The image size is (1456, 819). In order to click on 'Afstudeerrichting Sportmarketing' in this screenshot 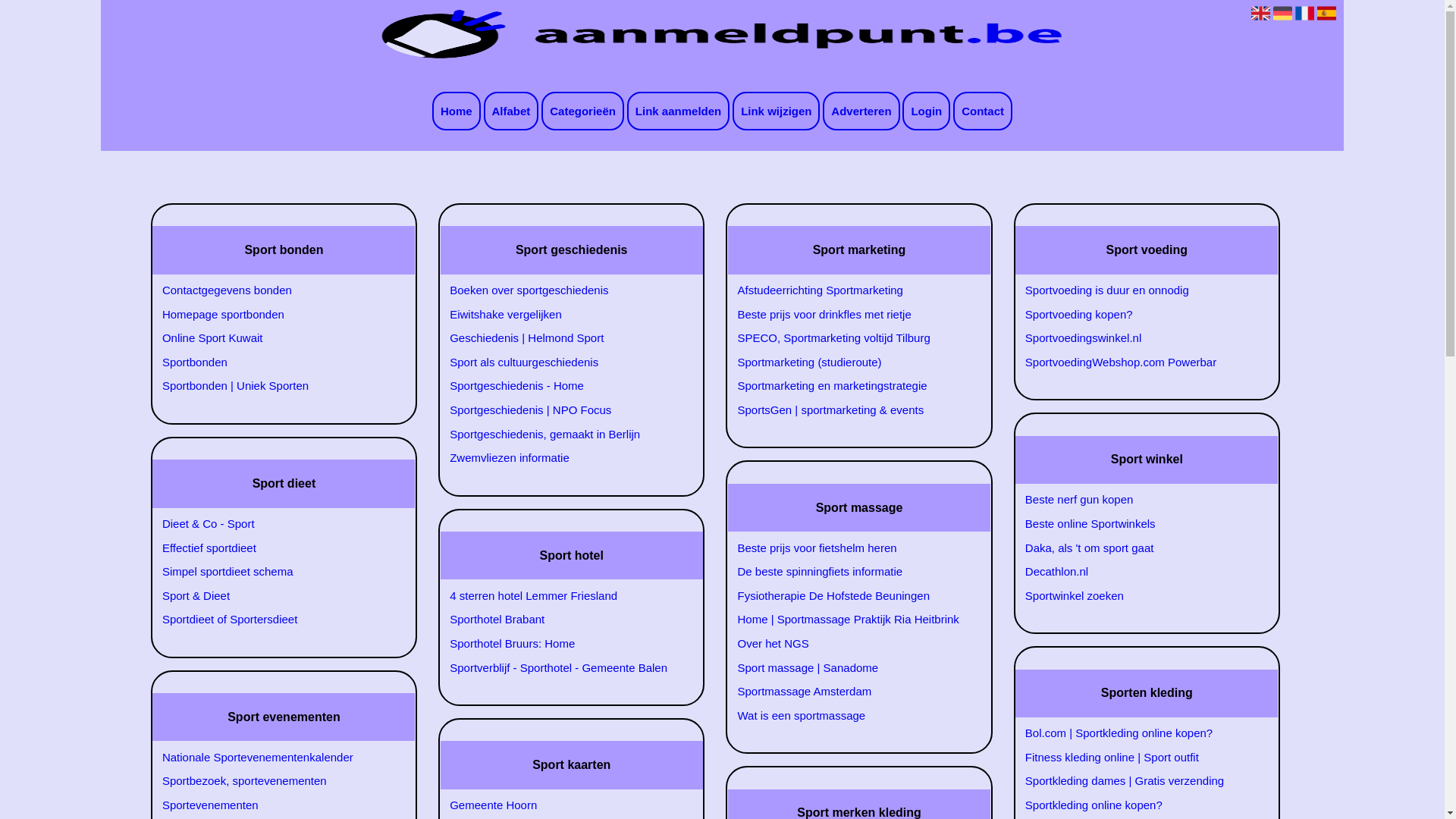, I will do `click(850, 290)`.